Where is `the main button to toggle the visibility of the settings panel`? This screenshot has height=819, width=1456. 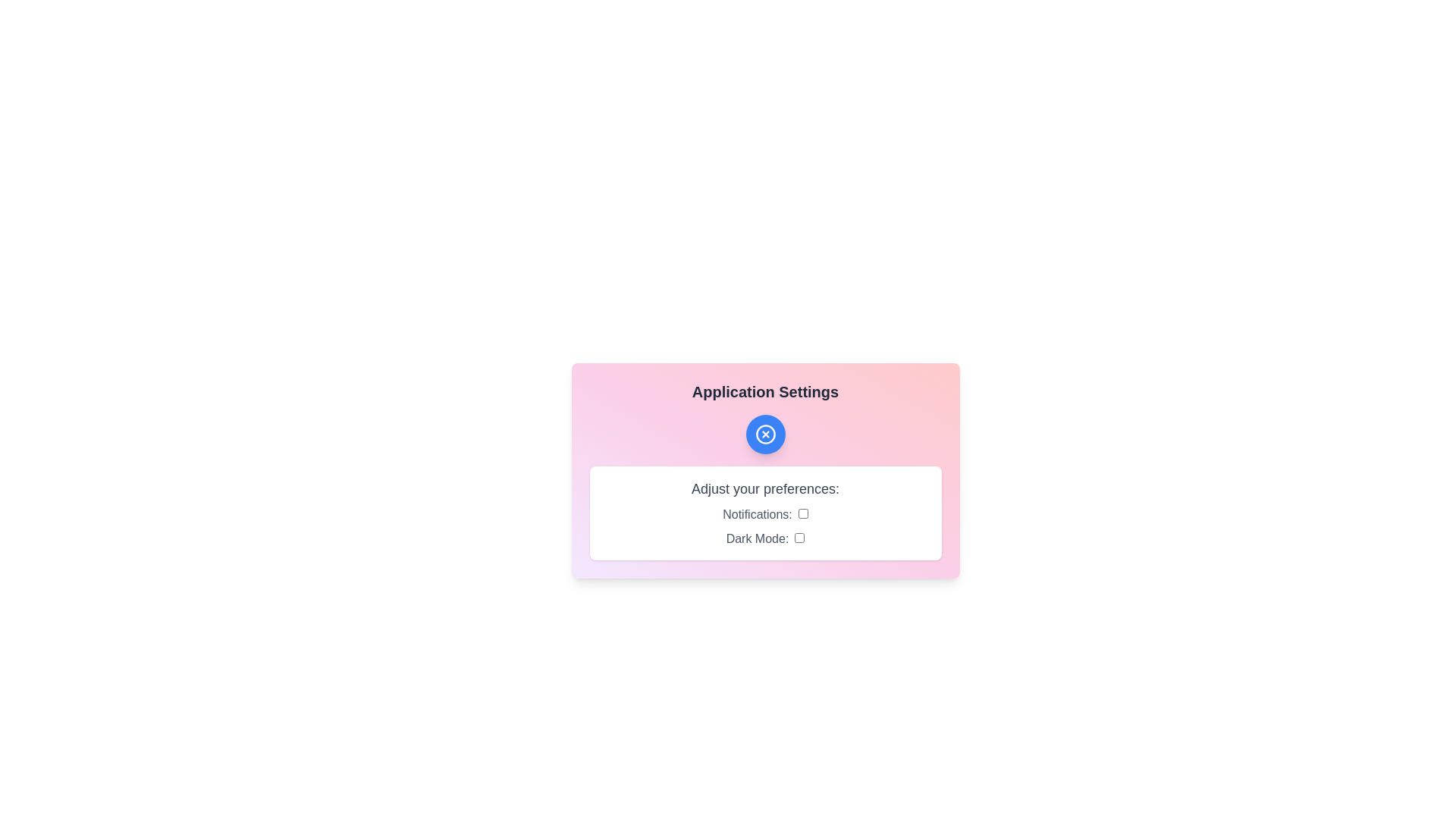
the main button to toggle the visibility of the settings panel is located at coordinates (765, 435).